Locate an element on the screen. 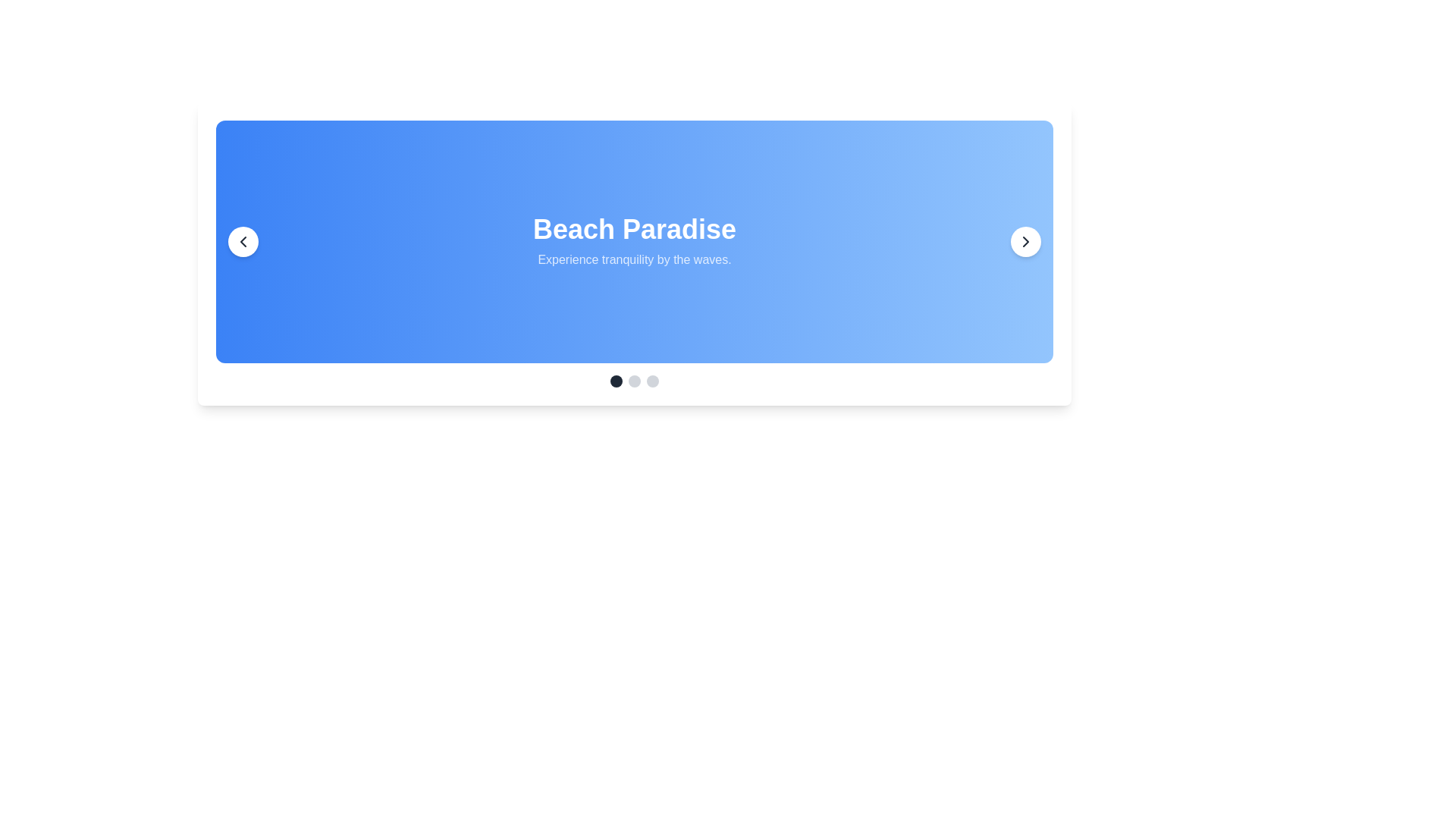 This screenshot has width=1456, height=819. the chevron left icon inside the left navigation button of the carousel is located at coordinates (243, 241).